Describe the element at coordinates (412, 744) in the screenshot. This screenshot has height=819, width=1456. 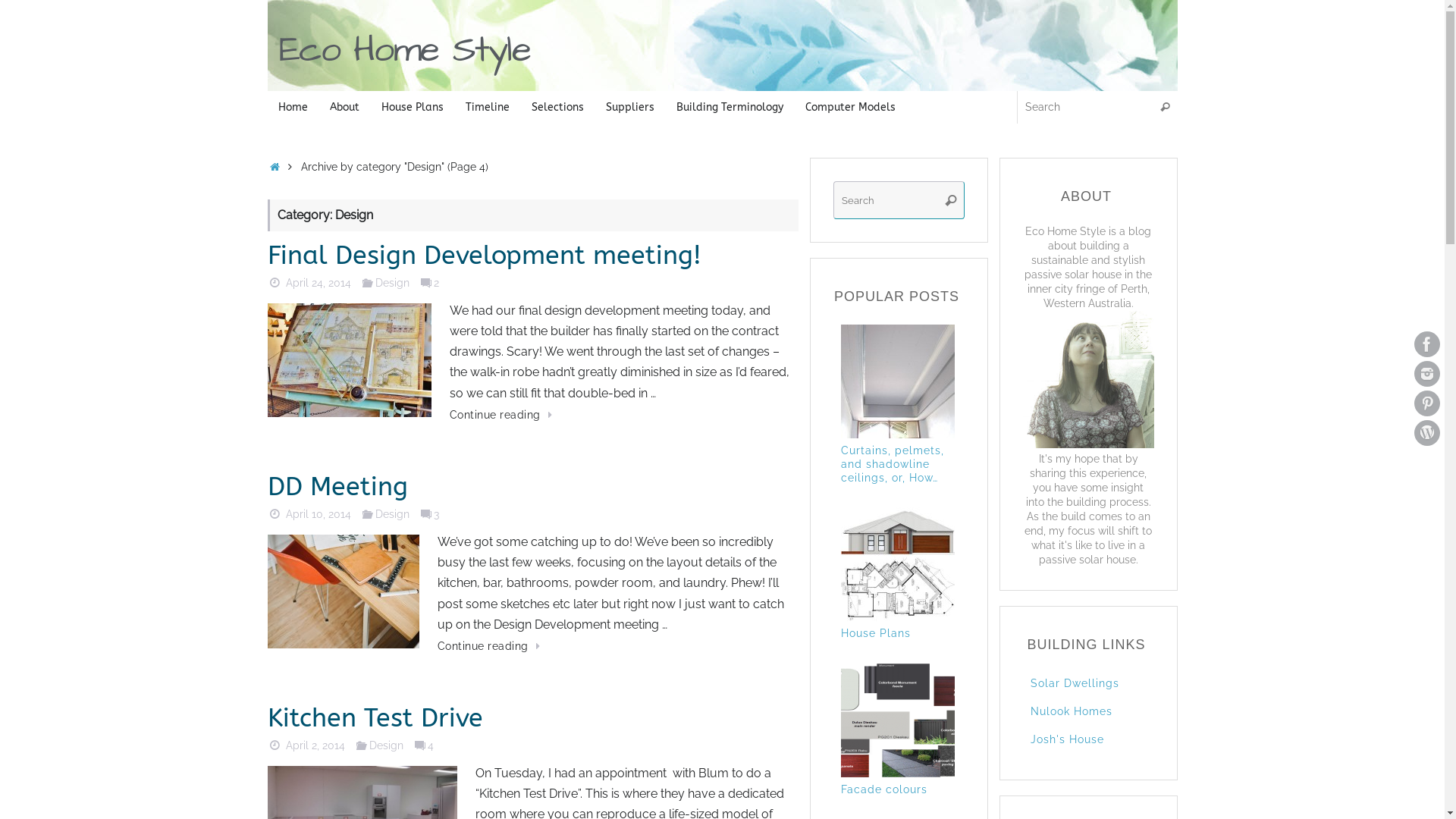
I see `'4 Comments'` at that location.